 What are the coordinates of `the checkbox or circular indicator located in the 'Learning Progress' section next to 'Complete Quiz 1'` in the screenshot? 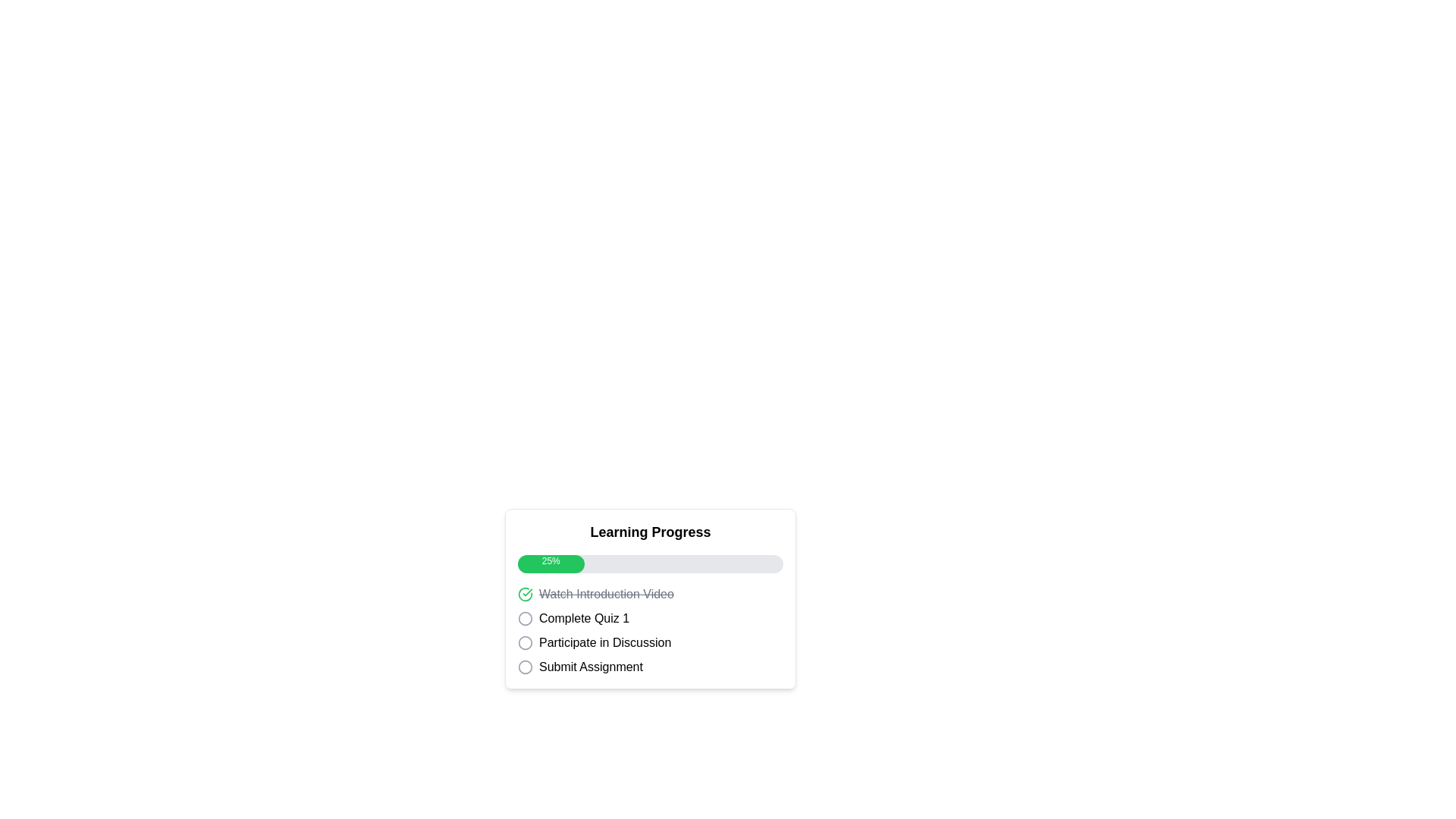 It's located at (525, 619).